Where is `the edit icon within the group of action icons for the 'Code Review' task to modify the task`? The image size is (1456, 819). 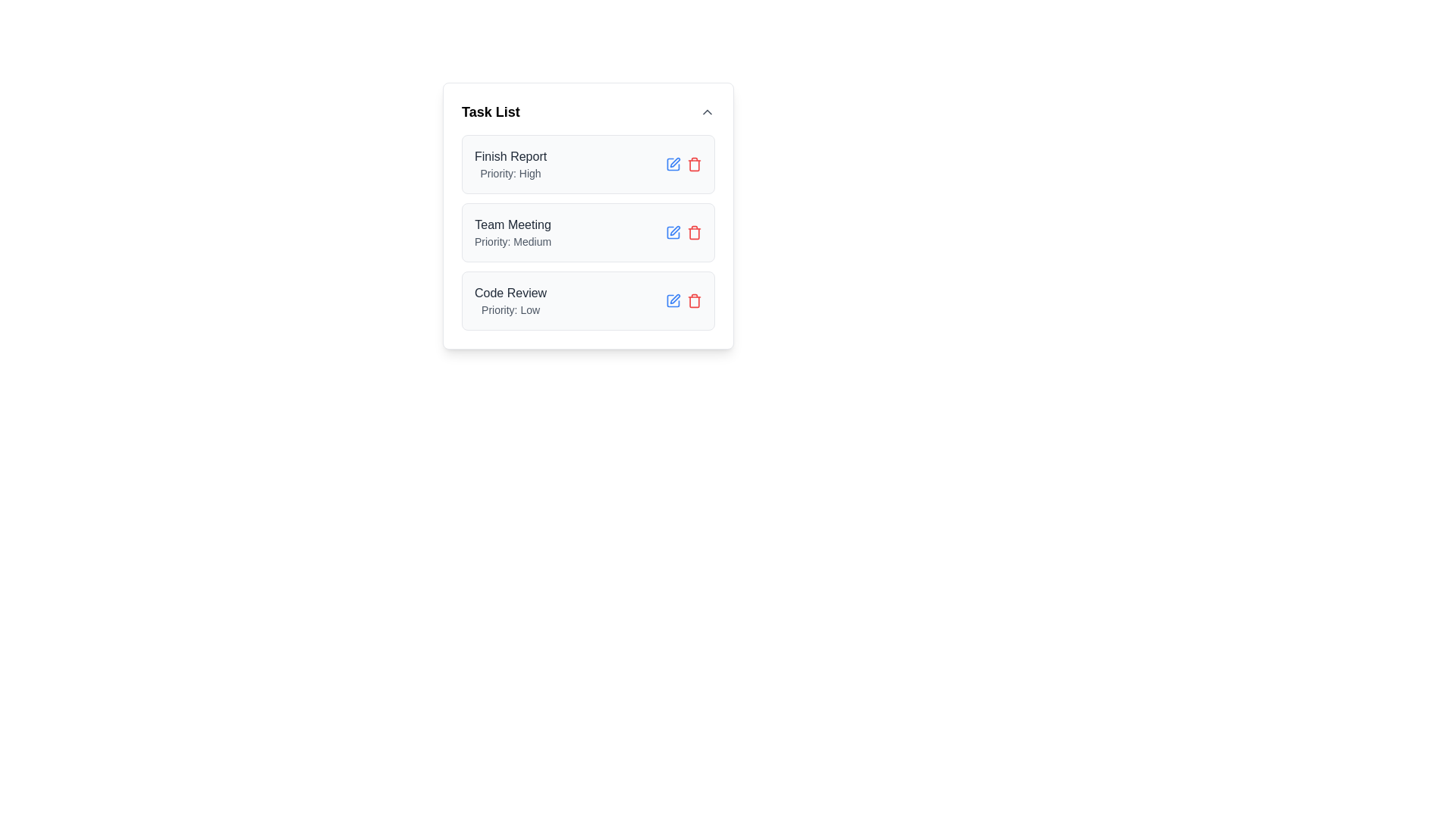
the edit icon within the group of action icons for the 'Code Review' task to modify the task is located at coordinates (683, 301).